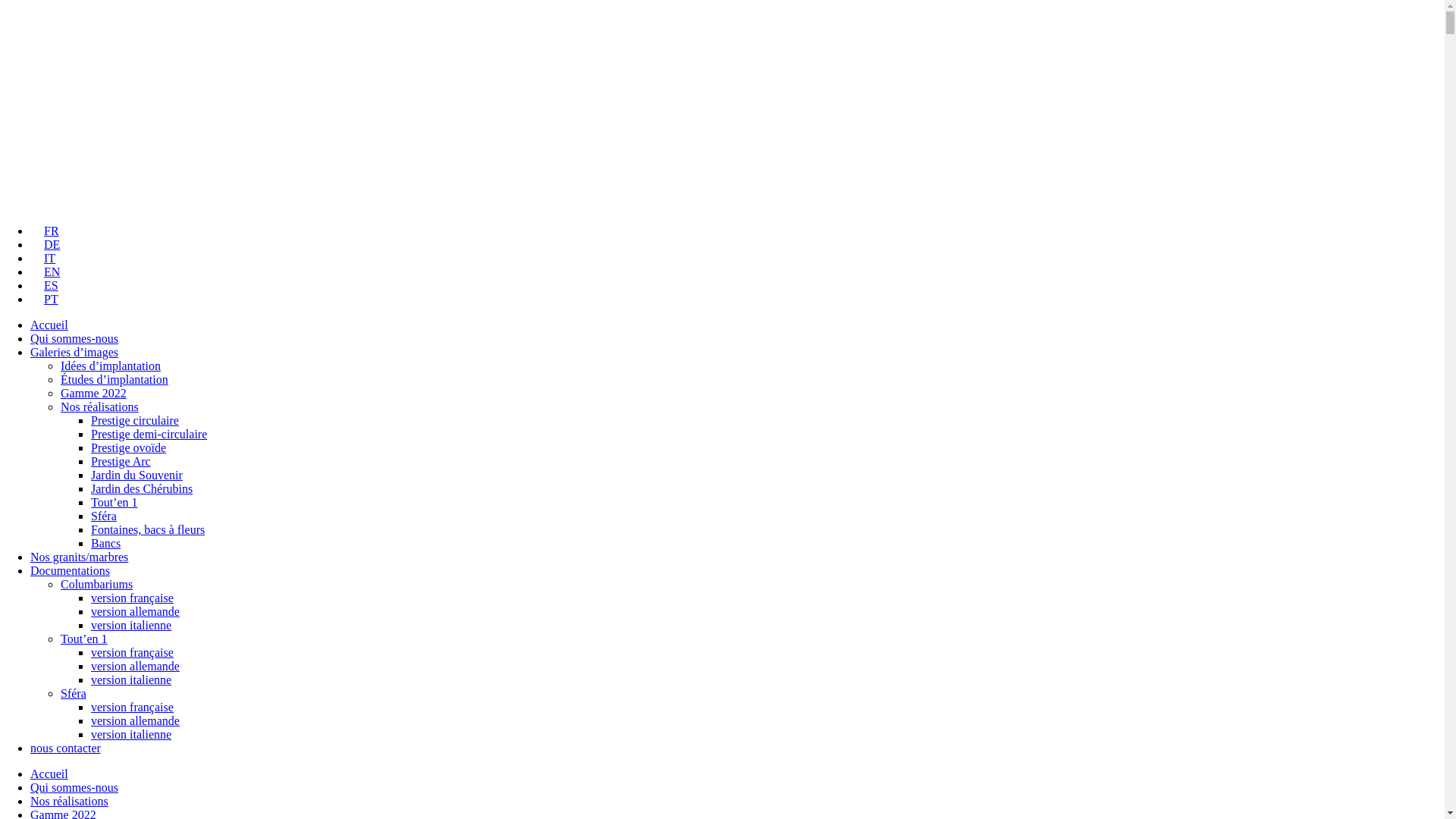 This screenshot has height=819, width=1456. Describe the element at coordinates (30, 570) in the screenshot. I see `'Documentations'` at that location.